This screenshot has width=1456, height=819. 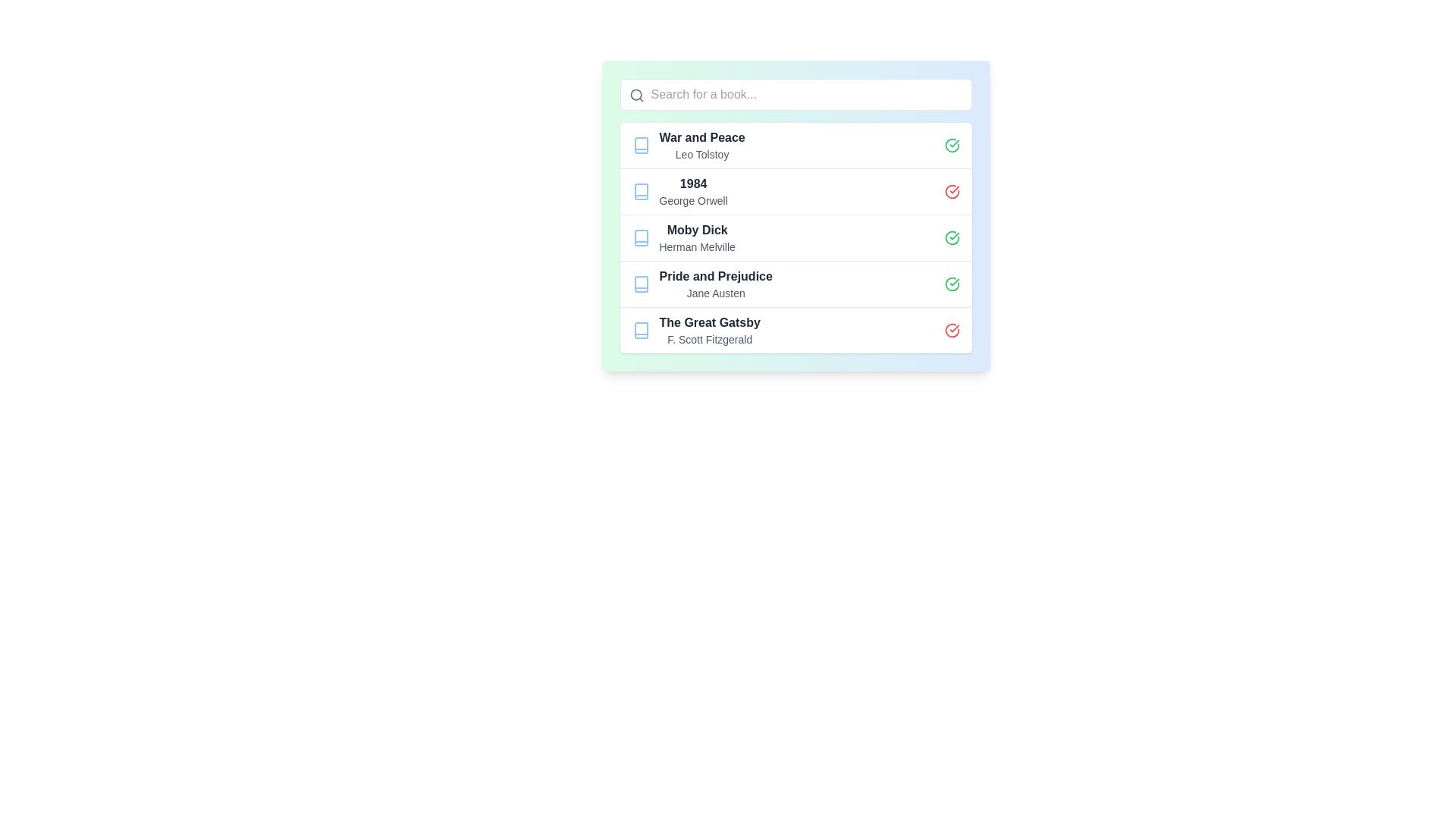 I want to click on the list item displaying 'Moby Dick' by Herman Melville, which is the third item in the book list and is centered horizontally within the interface, so click(x=795, y=237).